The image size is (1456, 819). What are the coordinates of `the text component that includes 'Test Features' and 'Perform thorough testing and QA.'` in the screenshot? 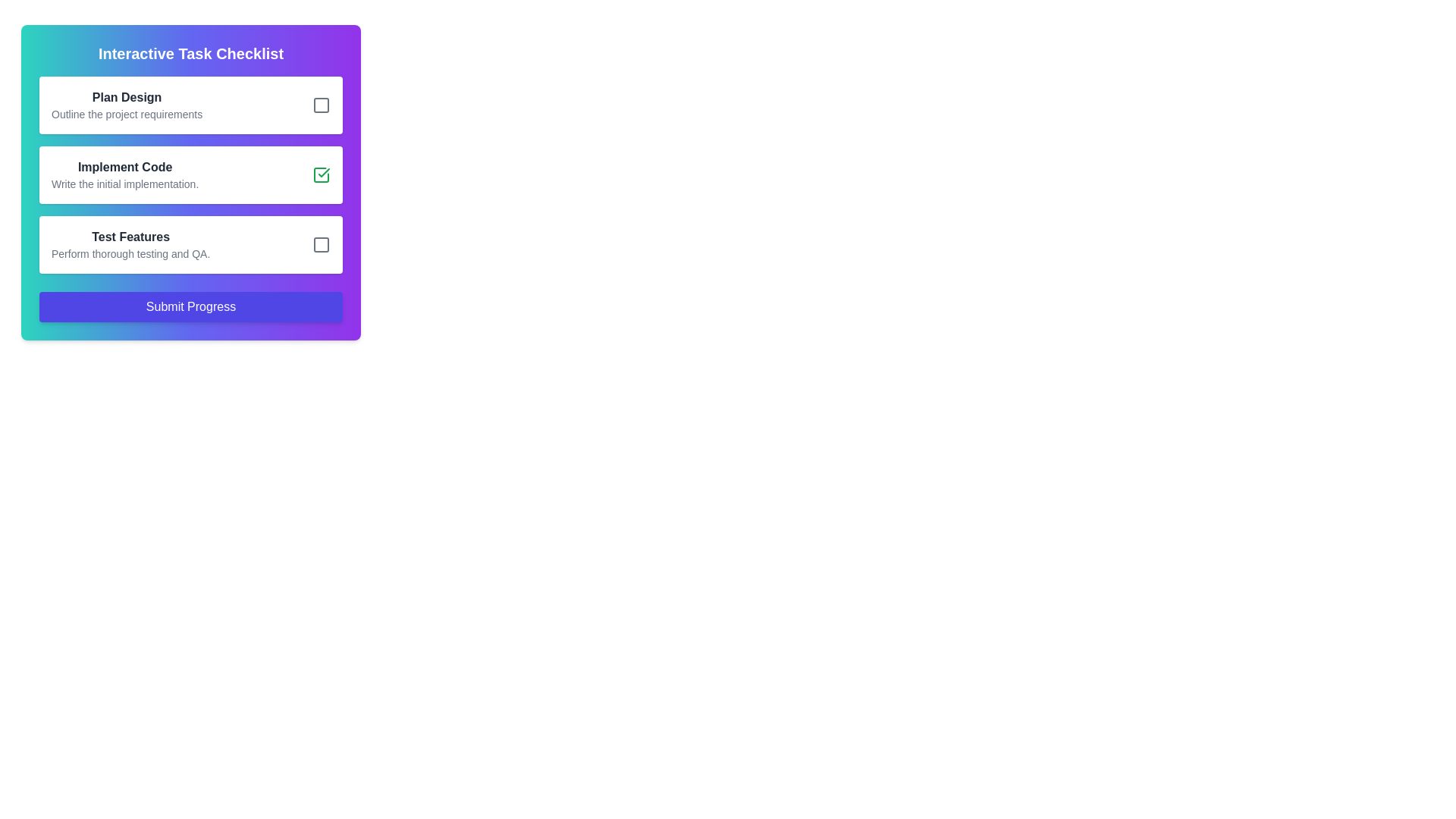 It's located at (130, 244).